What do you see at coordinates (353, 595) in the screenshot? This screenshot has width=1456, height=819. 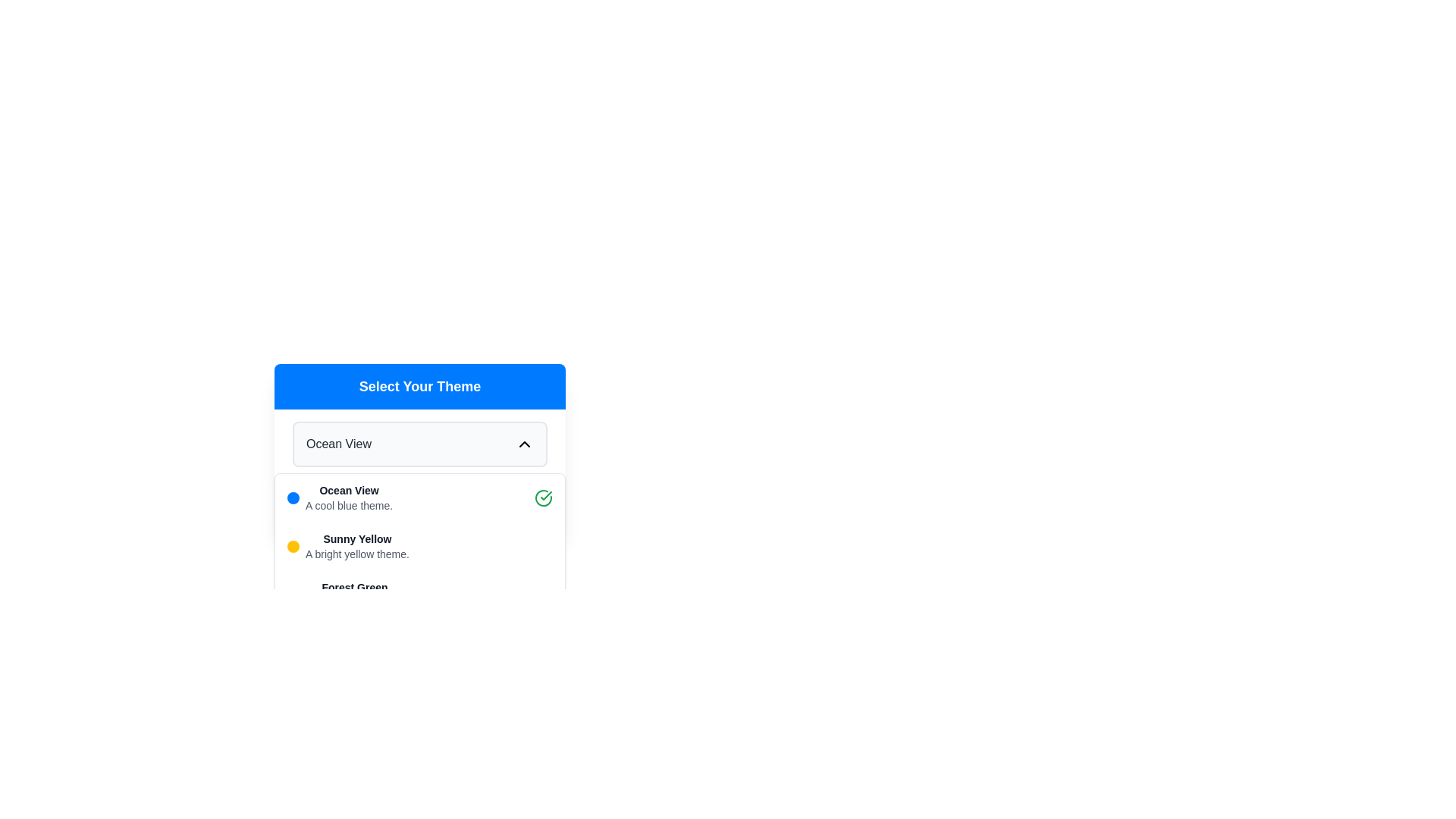 I see `the 'Forest Green' theme option descriptor, which is the third option in the vertical list under the 'Select Your Theme' dropdown menu` at bounding box center [353, 595].